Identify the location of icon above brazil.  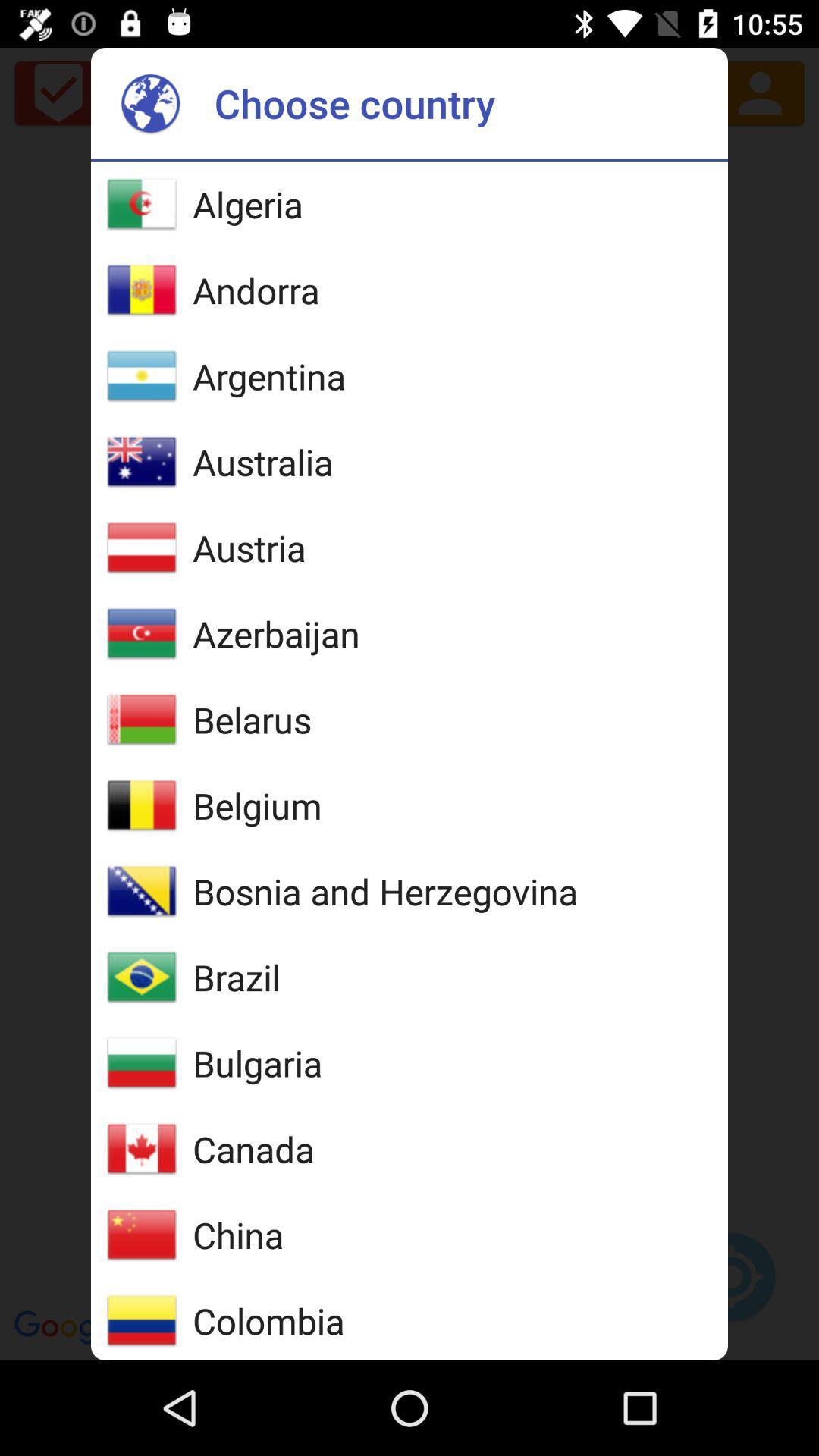
(384, 891).